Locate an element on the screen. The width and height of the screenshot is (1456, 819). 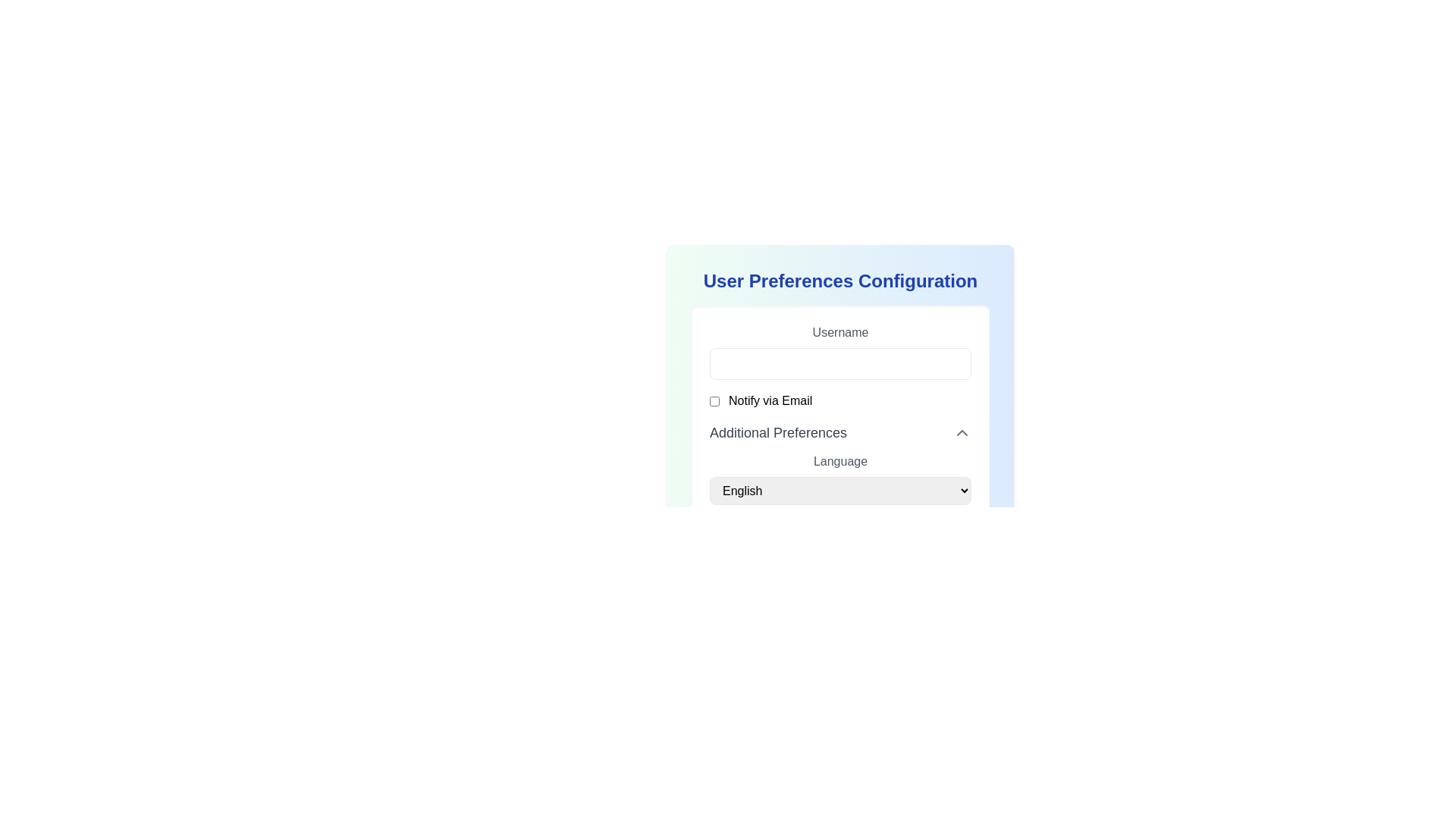
the upward-pointing chevron icon (Chevron-Up) next to the 'Additional Preferences' section header is located at coordinates (961, 432).